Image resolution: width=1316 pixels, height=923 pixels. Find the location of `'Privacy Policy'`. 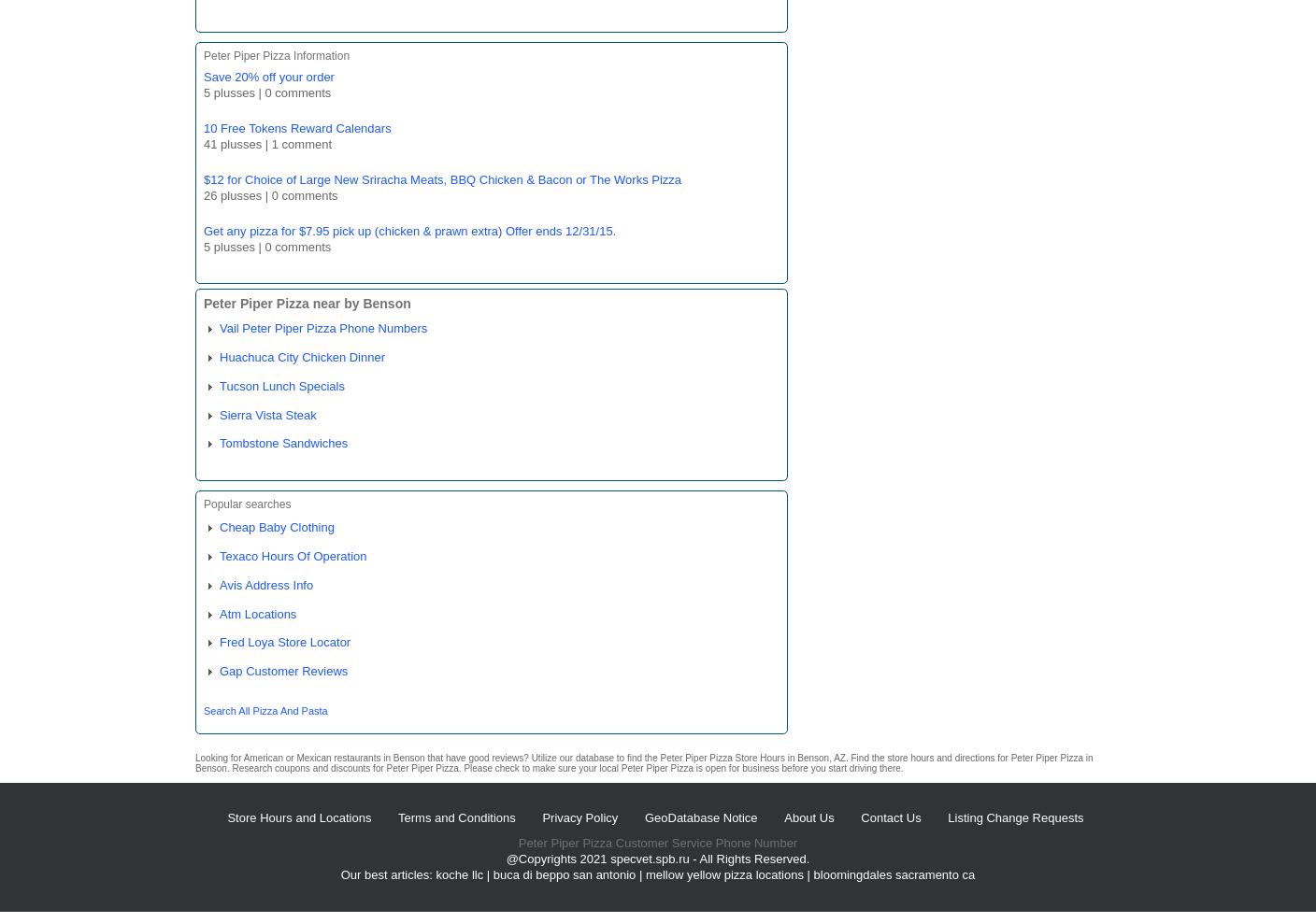

'Privacy Policy' is located at coordinates (540, 816).